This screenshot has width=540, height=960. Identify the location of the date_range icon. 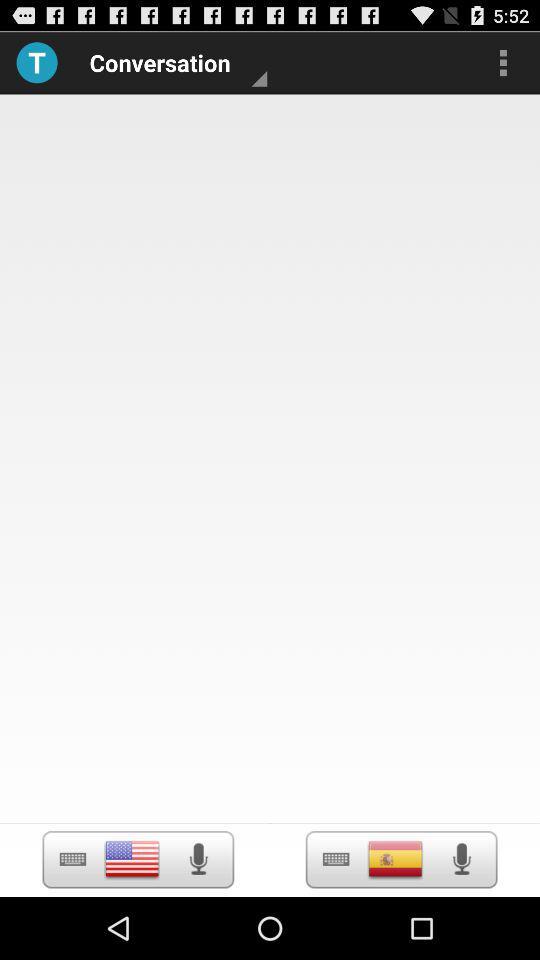
(71, 920).